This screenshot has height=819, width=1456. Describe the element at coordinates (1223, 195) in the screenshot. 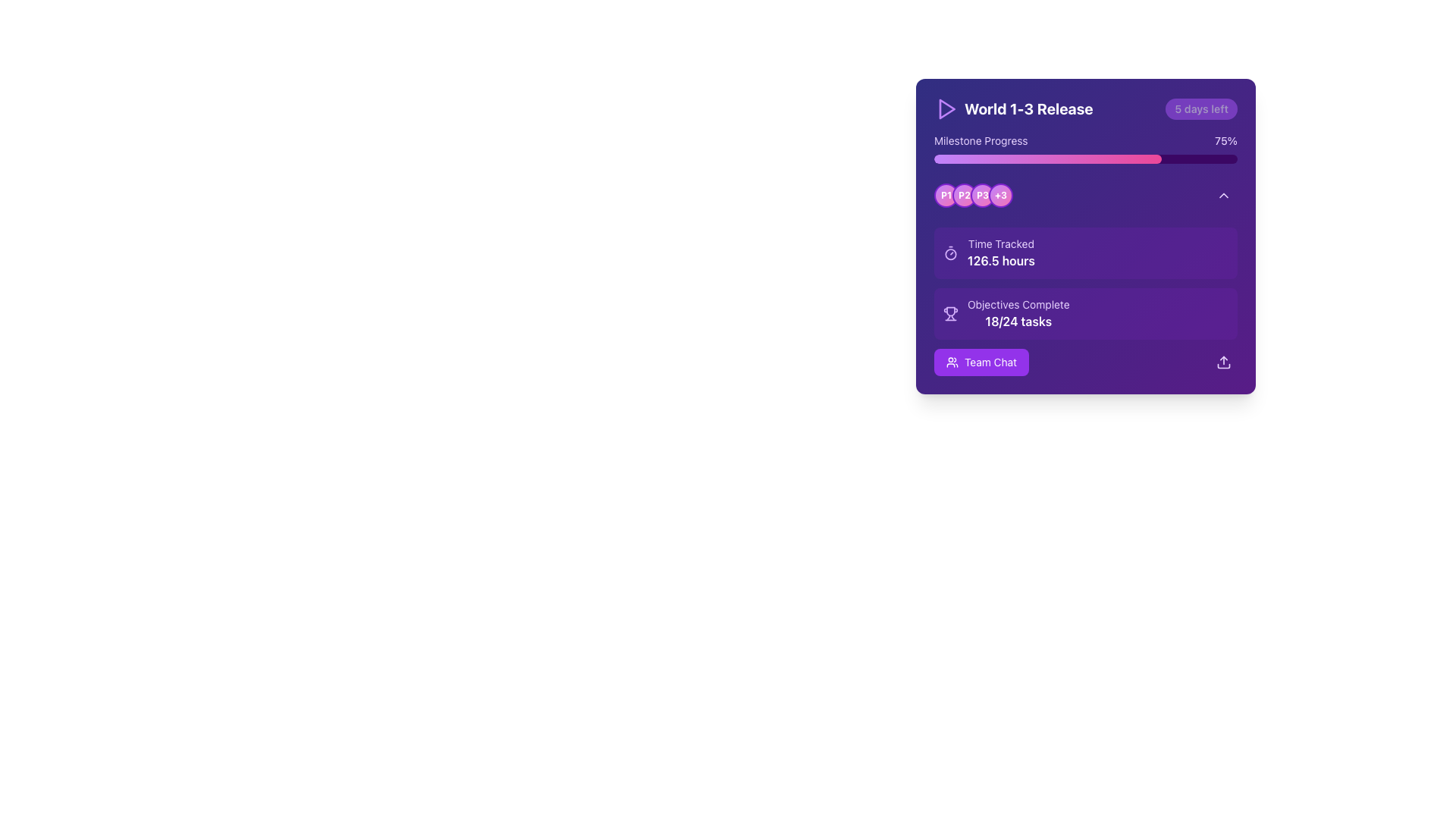

I see `the purple chevron icon button located at the upper section of the card-like widget` at that location.